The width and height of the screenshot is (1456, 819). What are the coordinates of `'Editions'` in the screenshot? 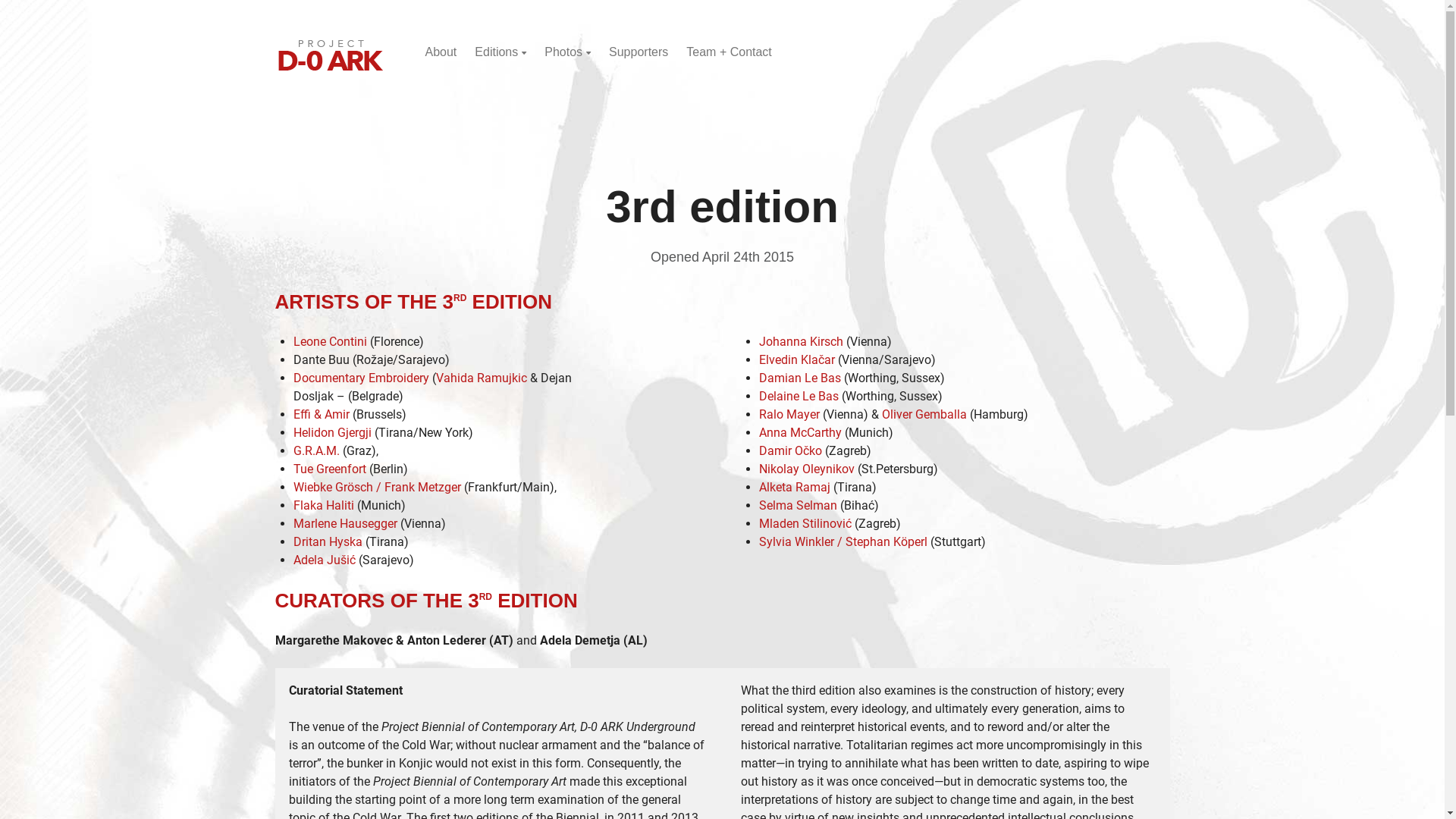 It's located at (473, 51).